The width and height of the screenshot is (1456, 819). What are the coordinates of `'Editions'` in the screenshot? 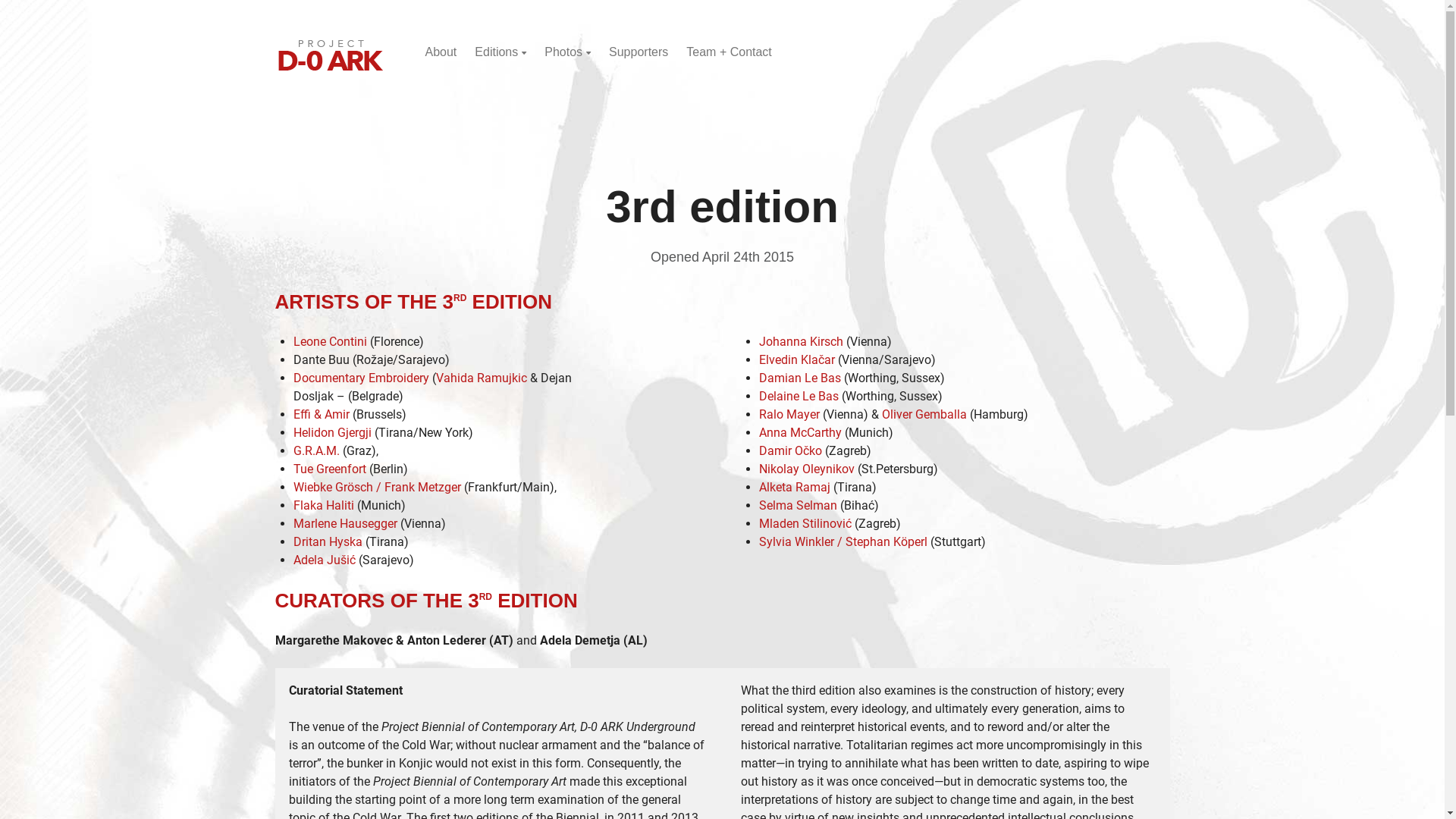 It's located at (473, 51).